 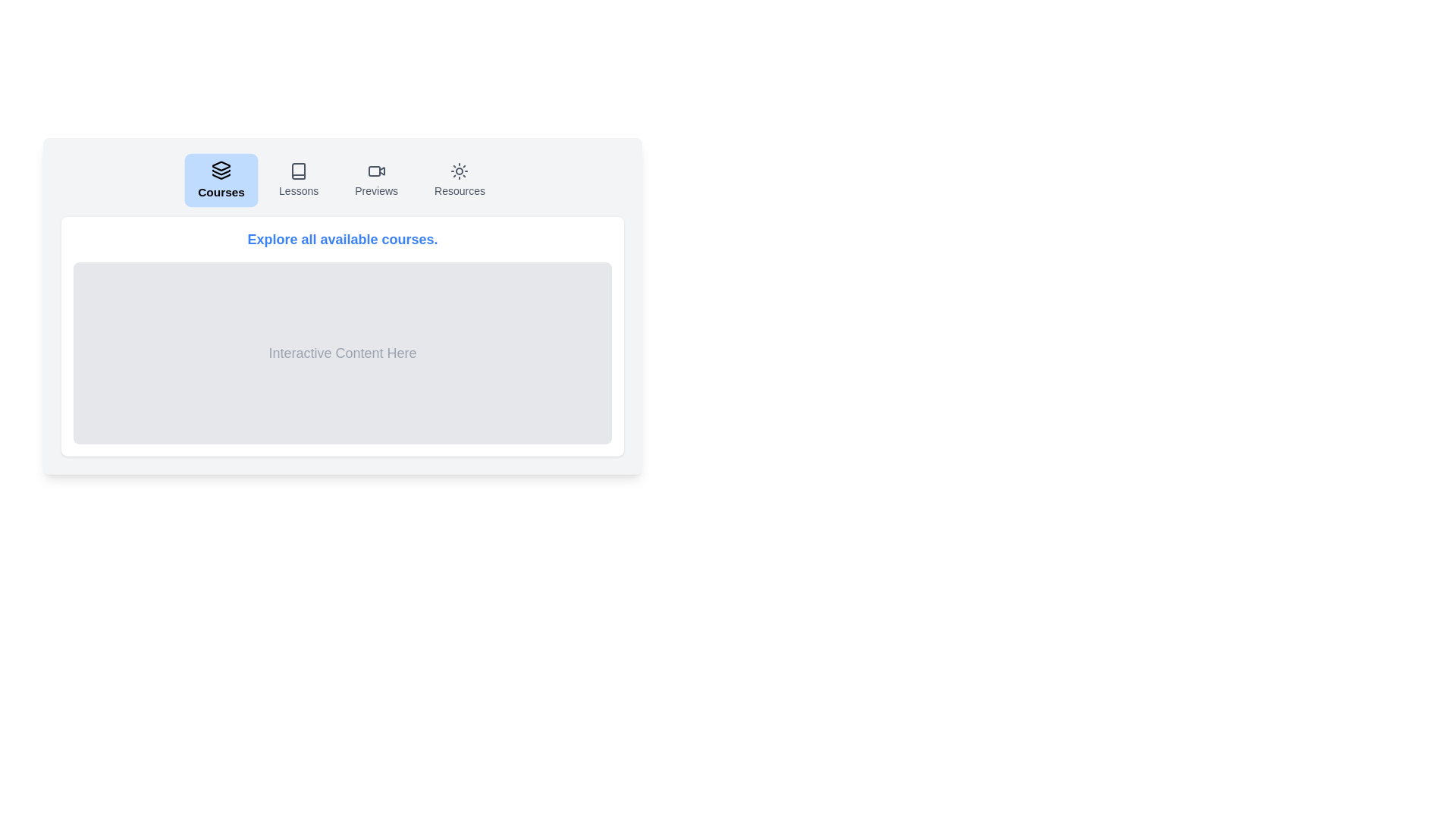 What do you see at coordinates (458, 180) in the screenshot?
I see `the Resources tab by clicking on its button` at bounding box center [458, 180].